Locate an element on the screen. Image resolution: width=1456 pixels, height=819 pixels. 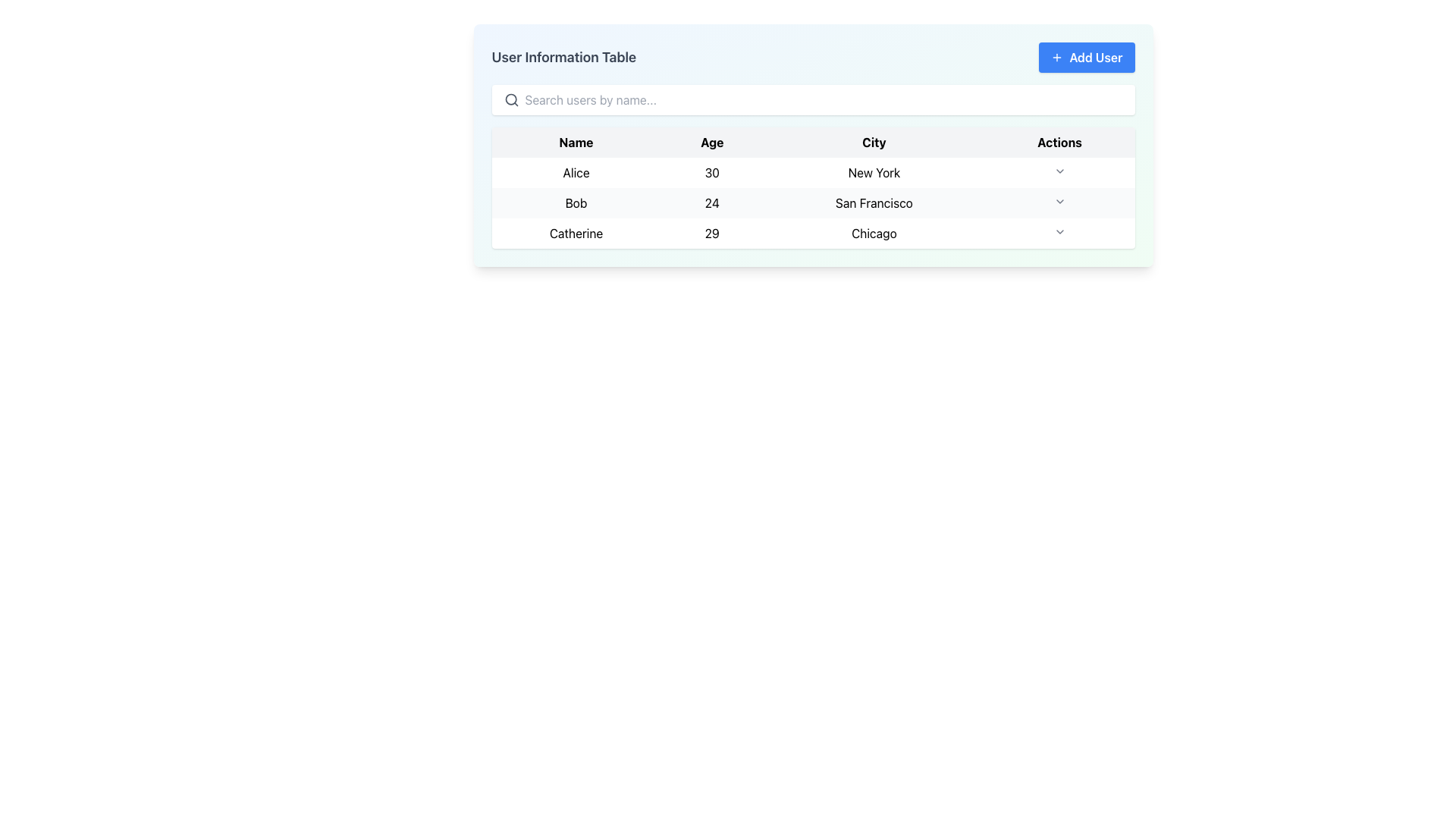
the text element displaying 'Alice' in bold black font, located in the first row of the 'Name' column of the user information table is located at coordinates (575, 171).